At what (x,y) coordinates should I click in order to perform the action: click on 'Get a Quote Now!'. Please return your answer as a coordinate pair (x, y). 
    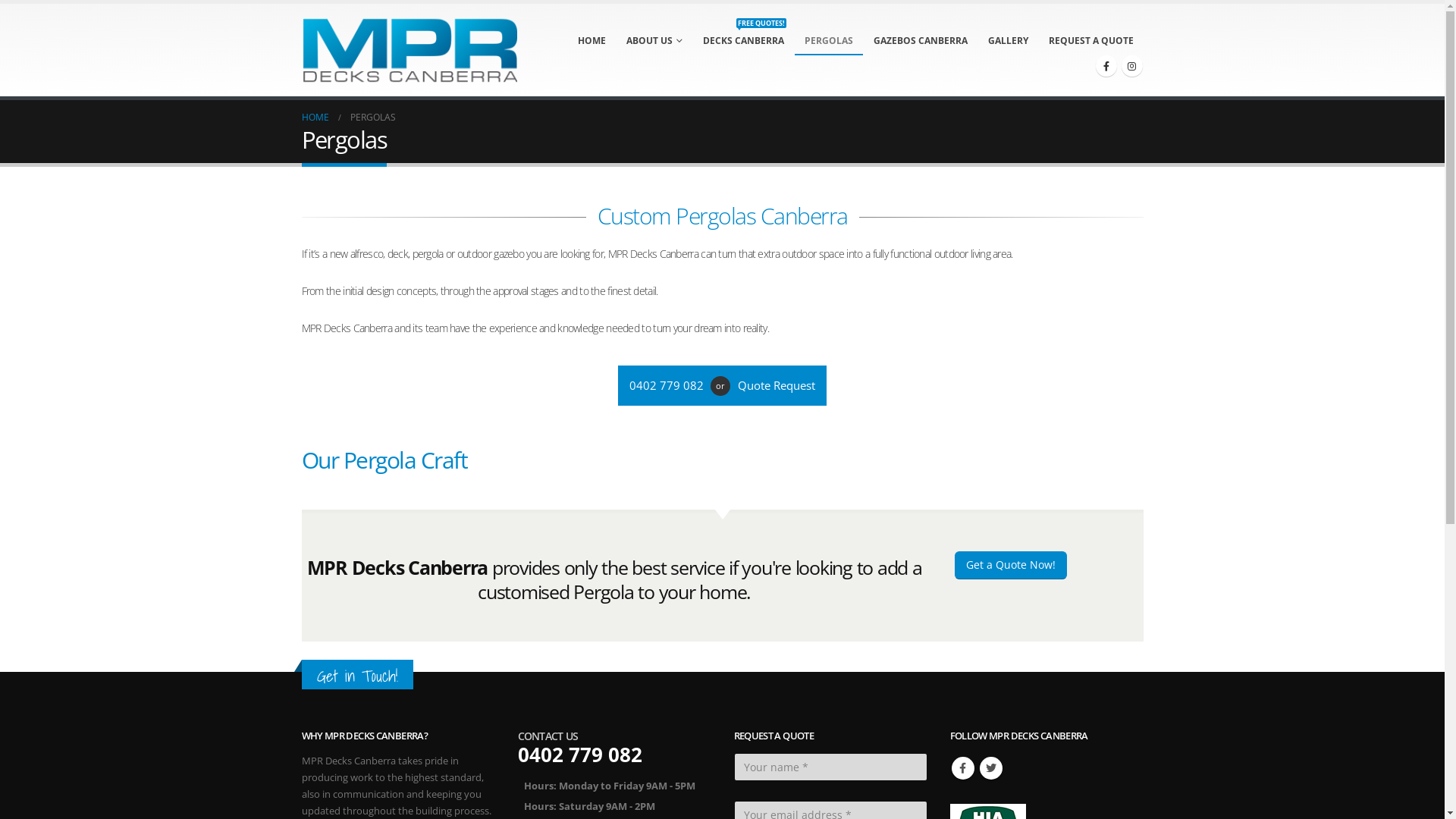
    Looking at the image, I should click on (1009, 565).